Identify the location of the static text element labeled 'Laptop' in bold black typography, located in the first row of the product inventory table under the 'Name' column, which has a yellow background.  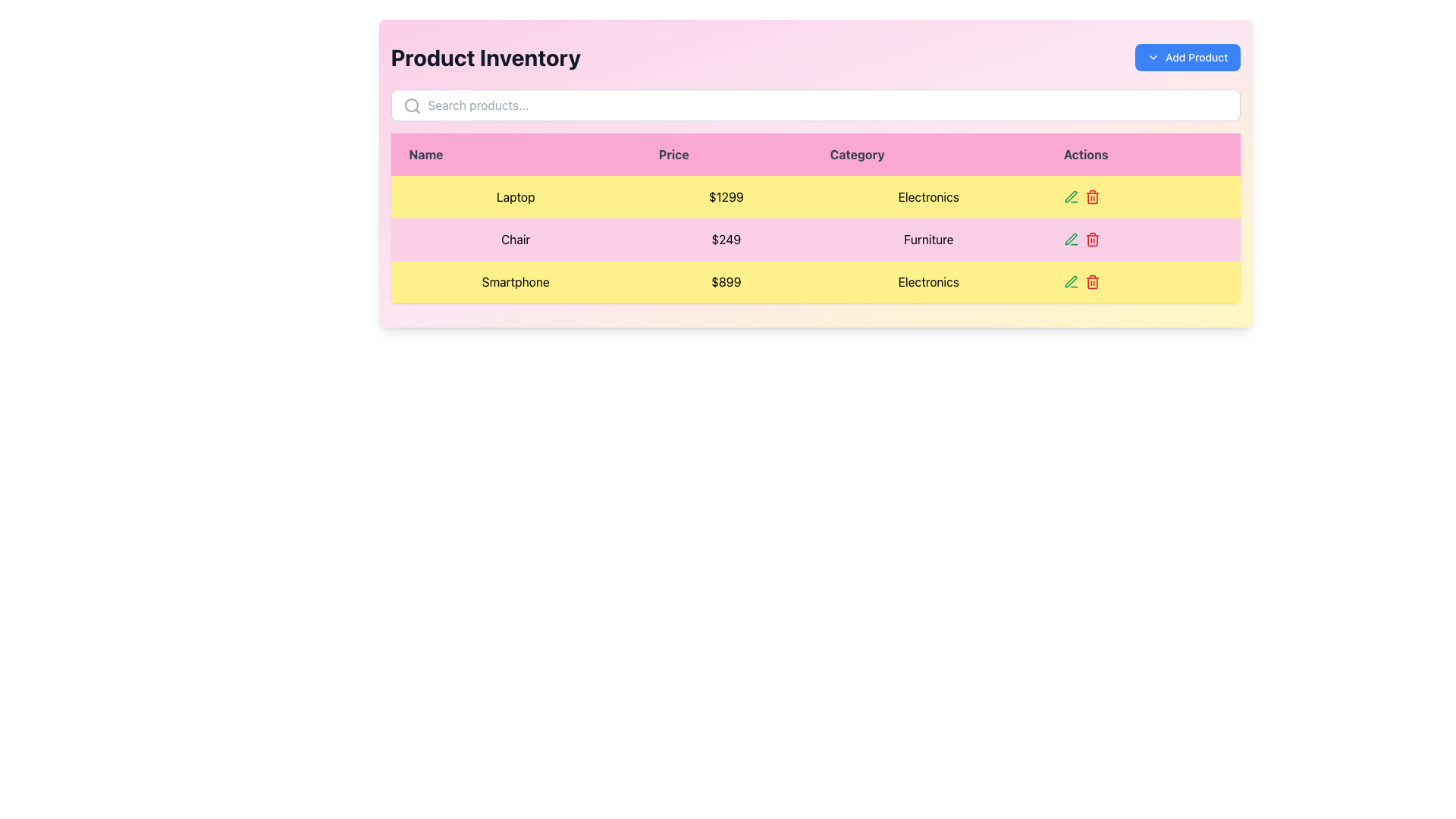
(516, 196).